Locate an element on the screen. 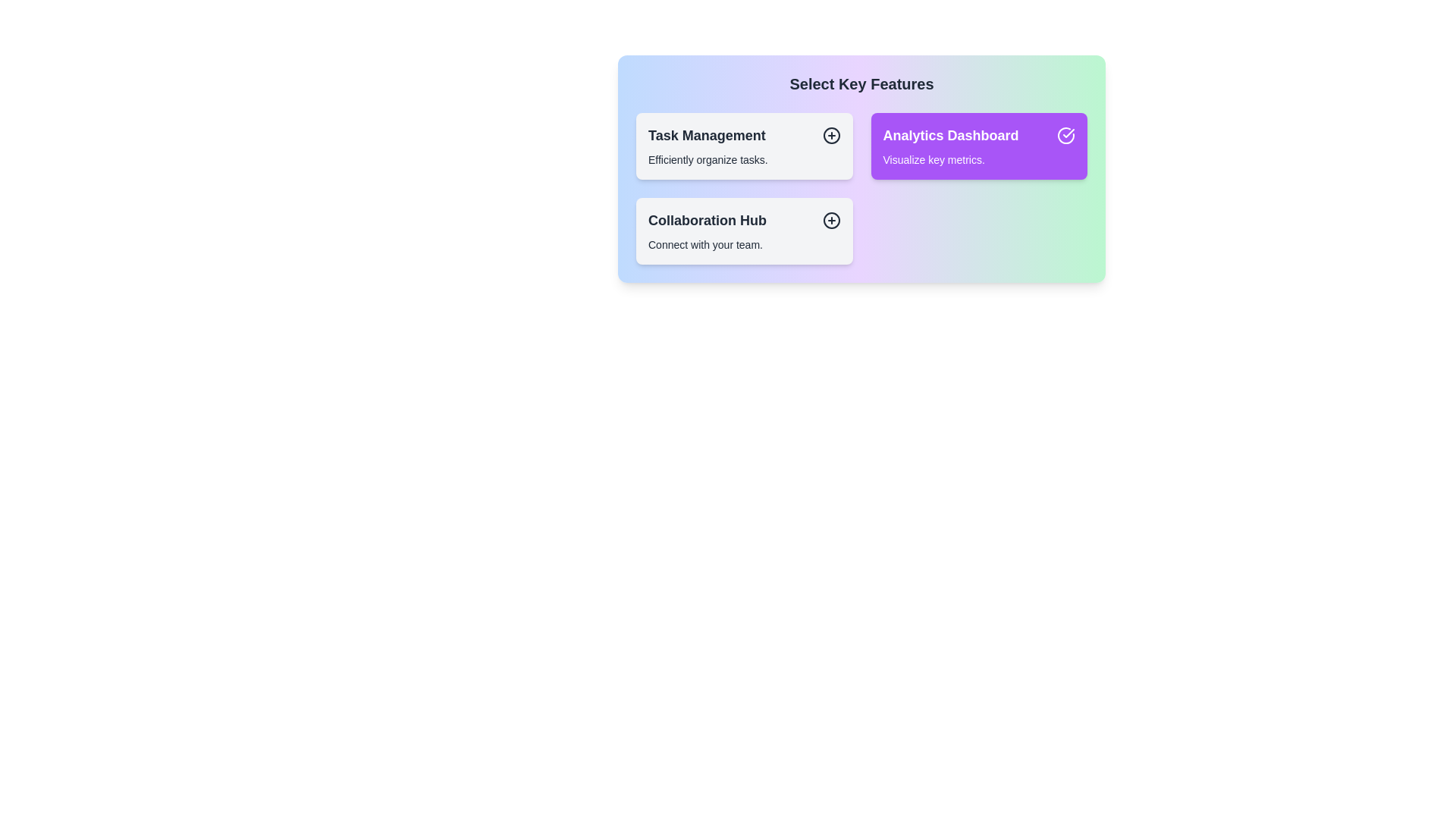 This screenshot has width=1456, height=819. the item Collaboration Hub is located at coordinates (744, 231).